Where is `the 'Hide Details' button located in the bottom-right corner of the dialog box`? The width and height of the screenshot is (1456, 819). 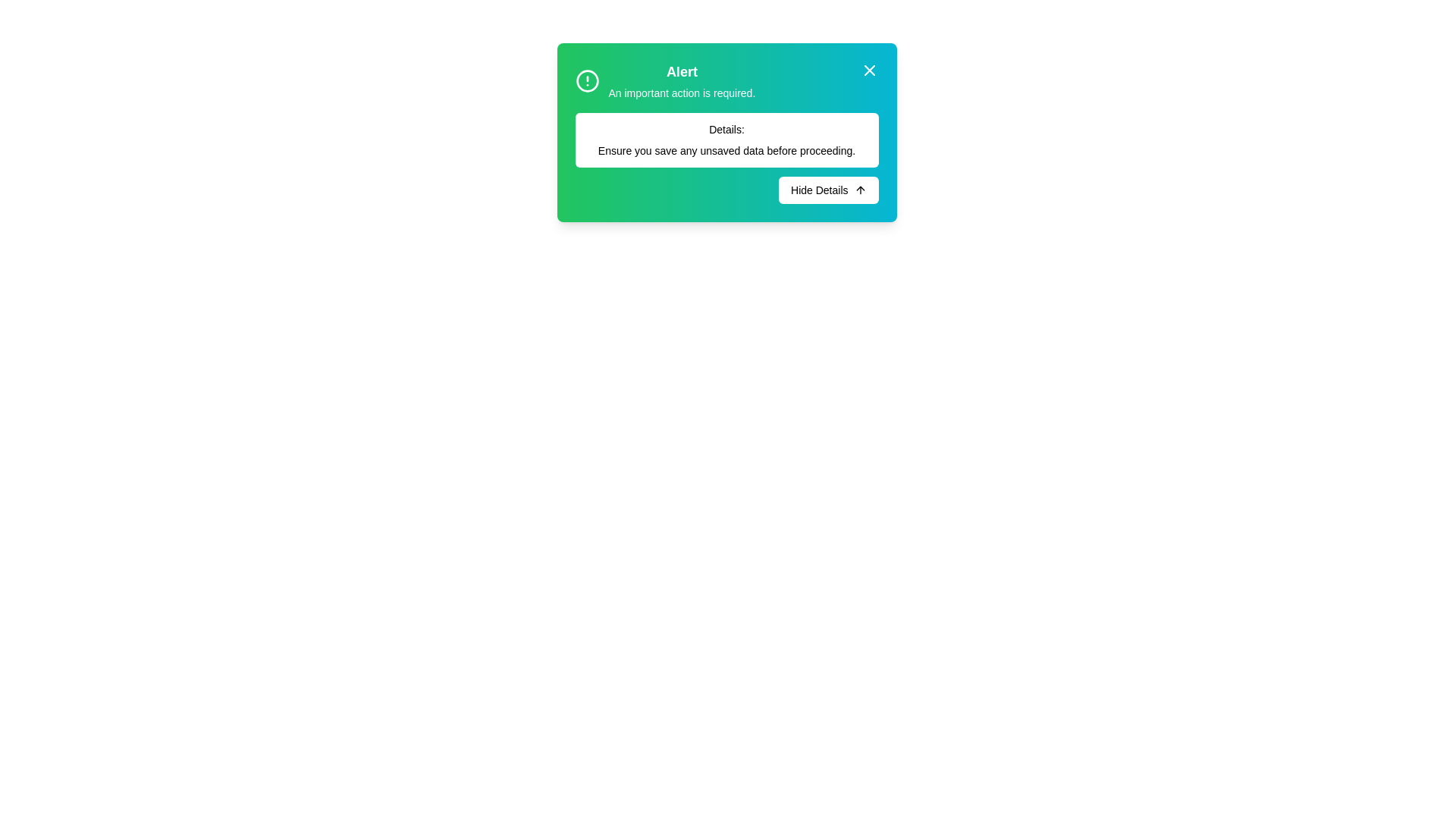 the 'Hide Details' button located in the bottom-right corner of the dialog box is located at coordinates (827, 189).